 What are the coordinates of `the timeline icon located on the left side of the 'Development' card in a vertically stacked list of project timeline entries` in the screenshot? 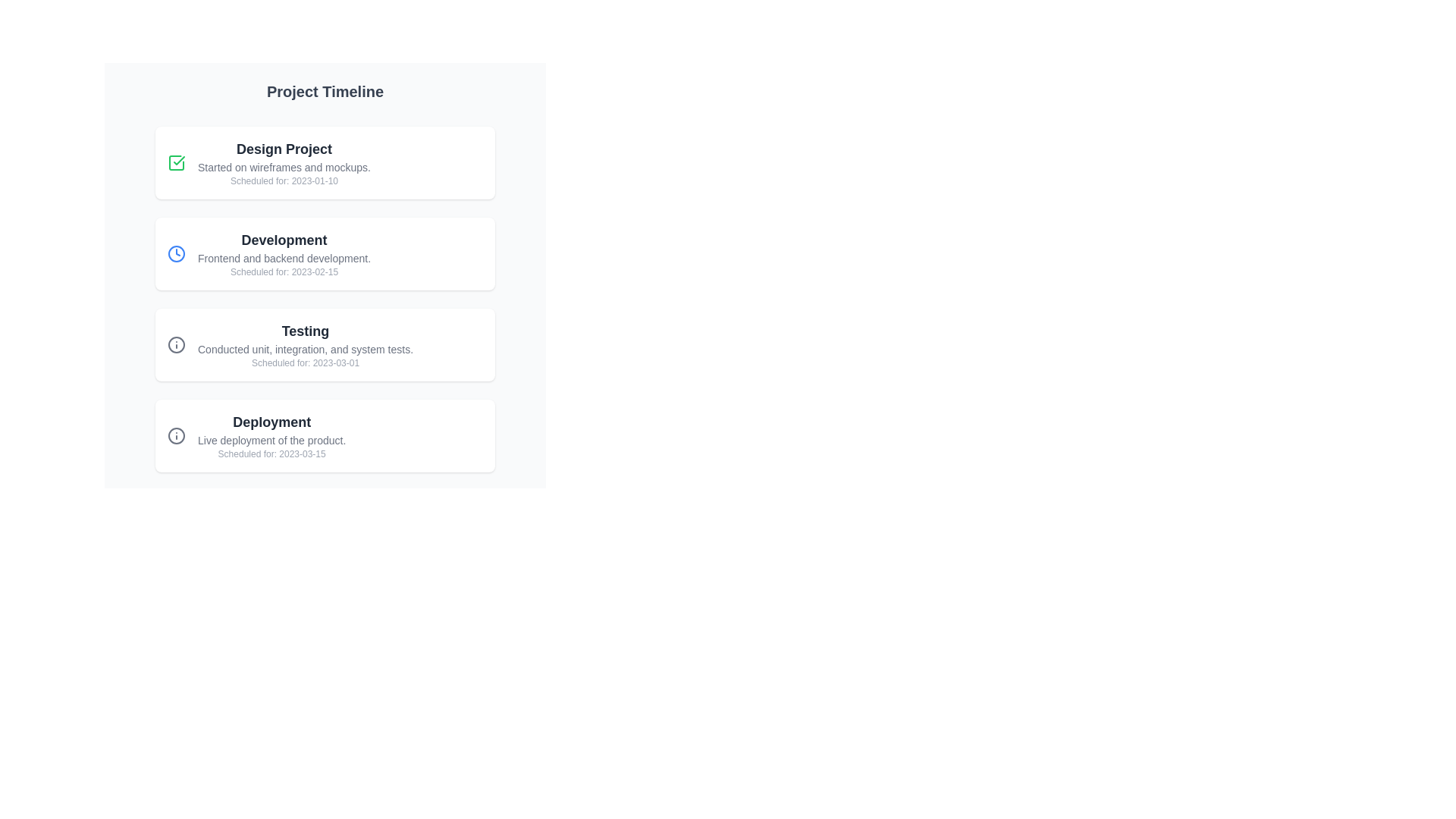 It's located at (177, 253).